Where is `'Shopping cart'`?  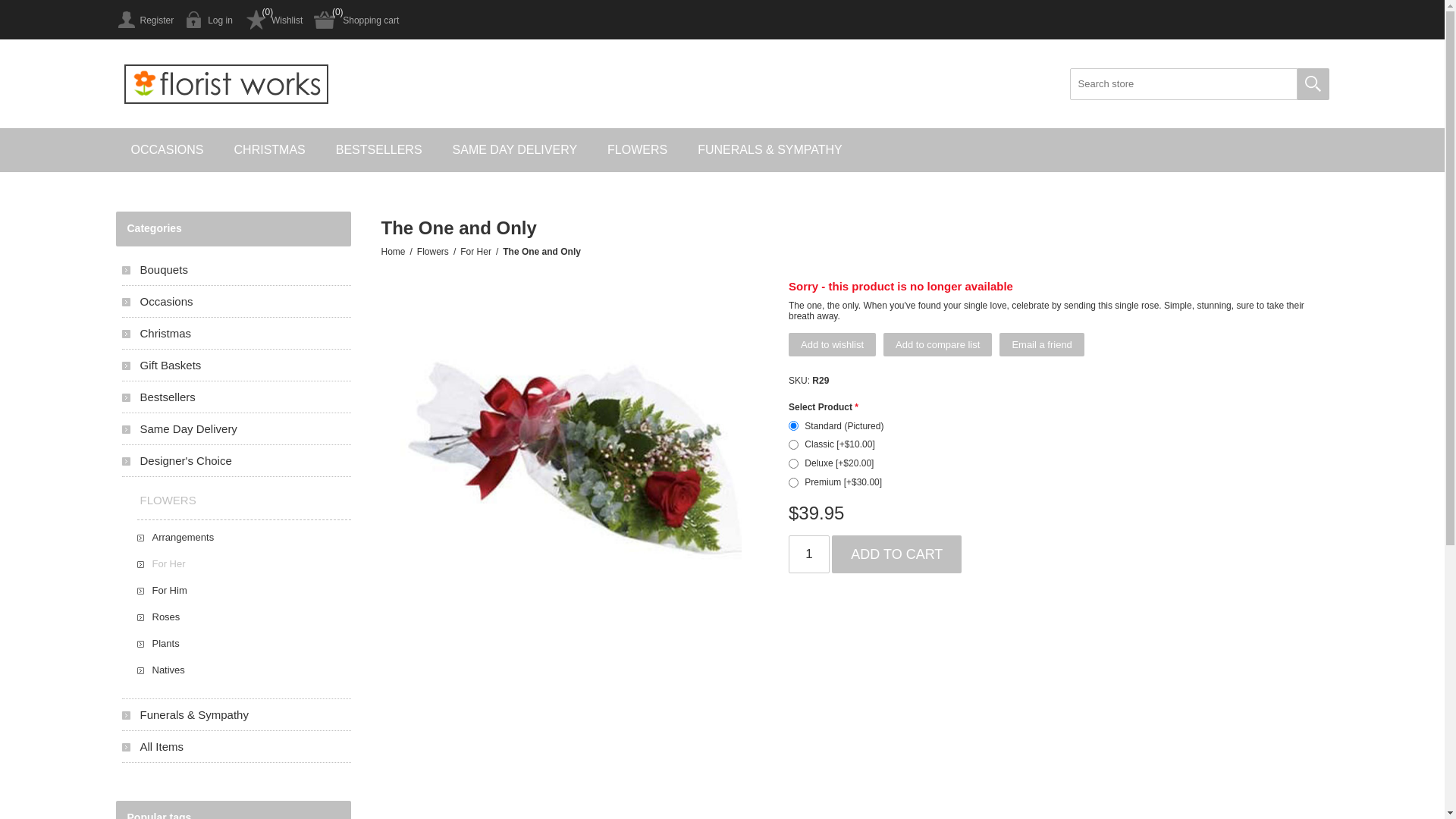
'Shopping cart' is located at coordinates (312, 20).